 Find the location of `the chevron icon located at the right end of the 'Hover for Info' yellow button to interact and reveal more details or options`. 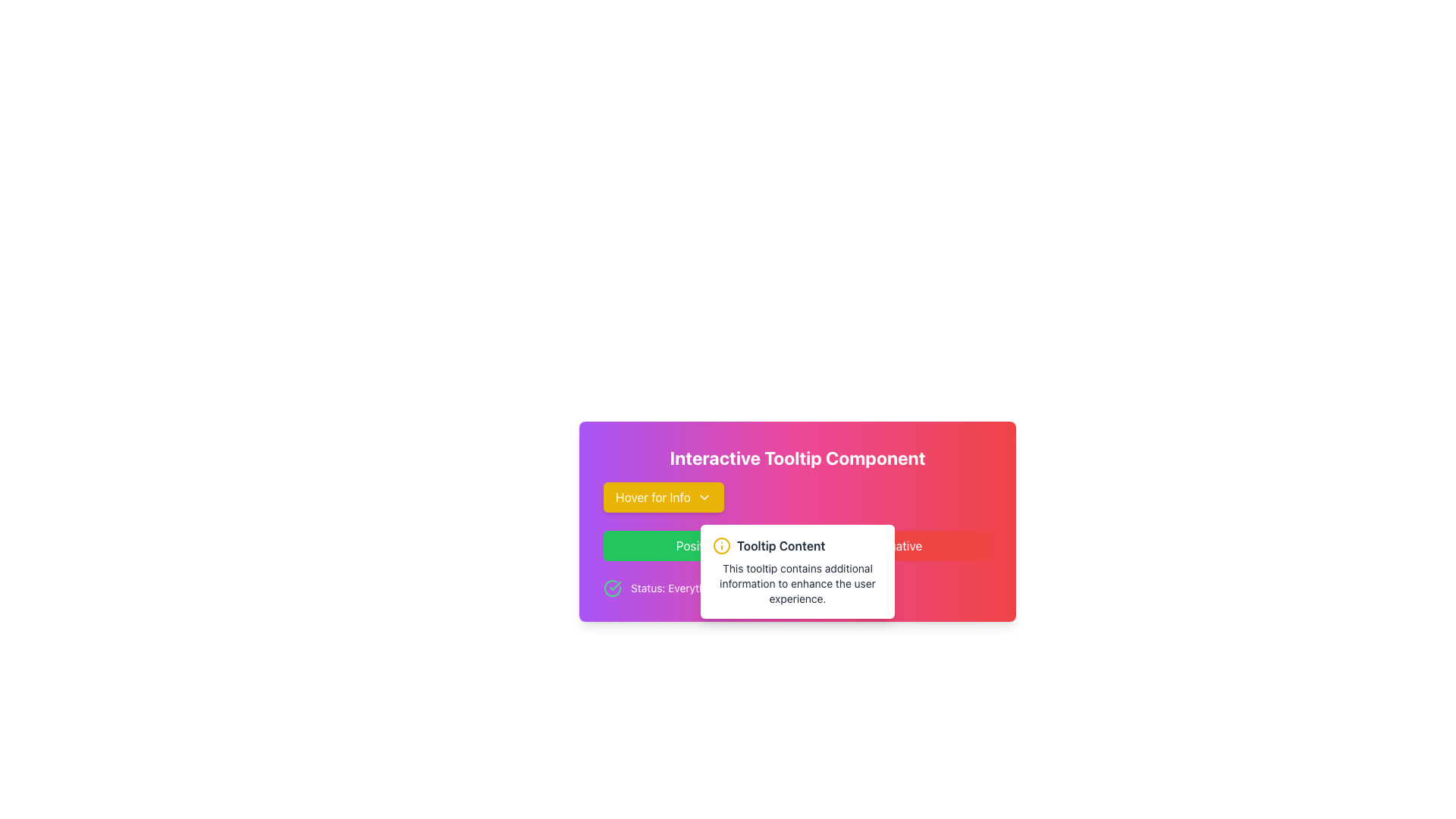

the chevron icon located at the right end of the 'Hover for Info' yellow button to interact and reveal more details or options is located at coordinates (703, 497).